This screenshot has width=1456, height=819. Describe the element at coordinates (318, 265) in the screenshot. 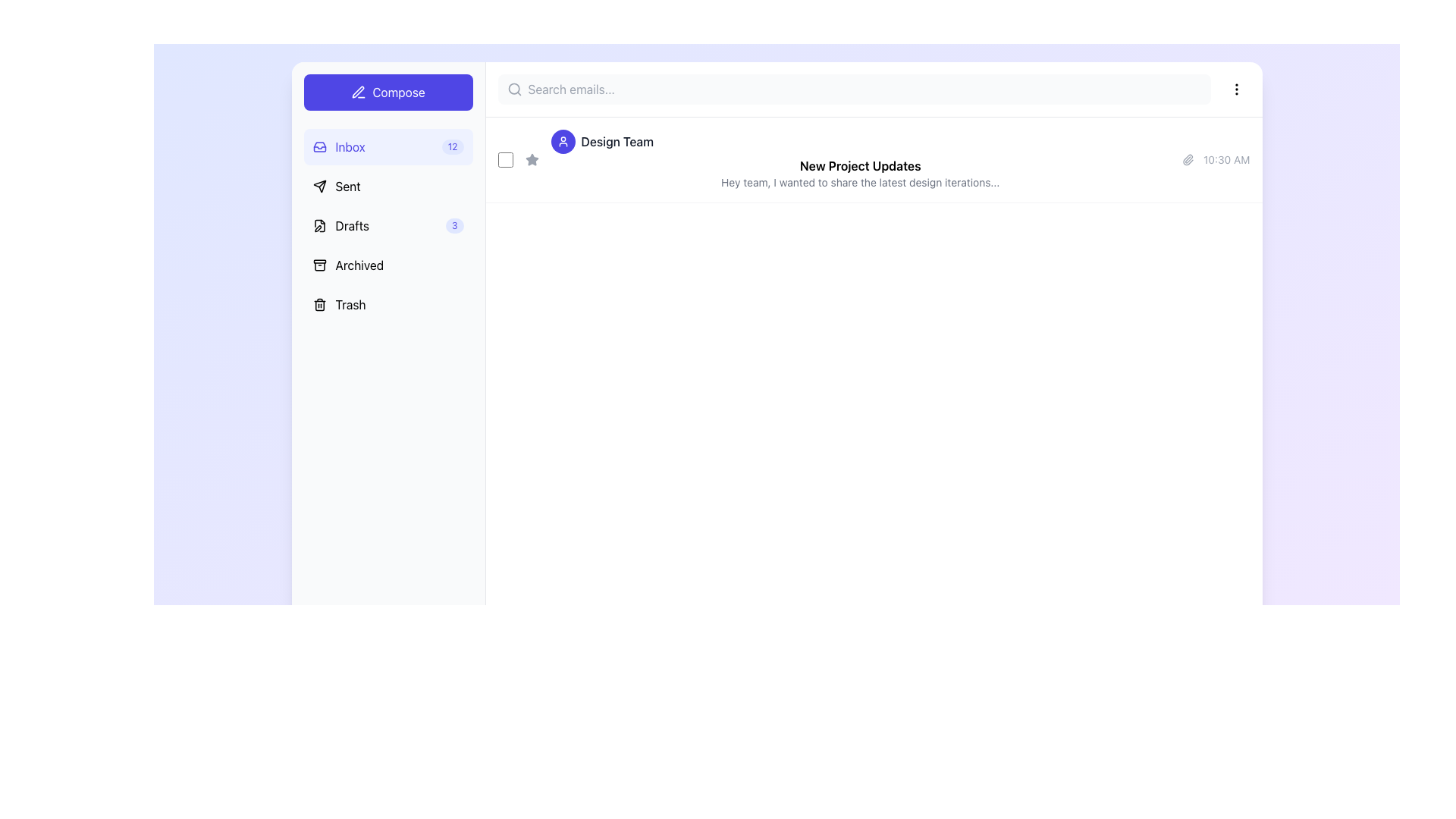

I see `the 'Archived' icon located in the left-hand navigation menu to interact or navigate to the archived items` at that location.